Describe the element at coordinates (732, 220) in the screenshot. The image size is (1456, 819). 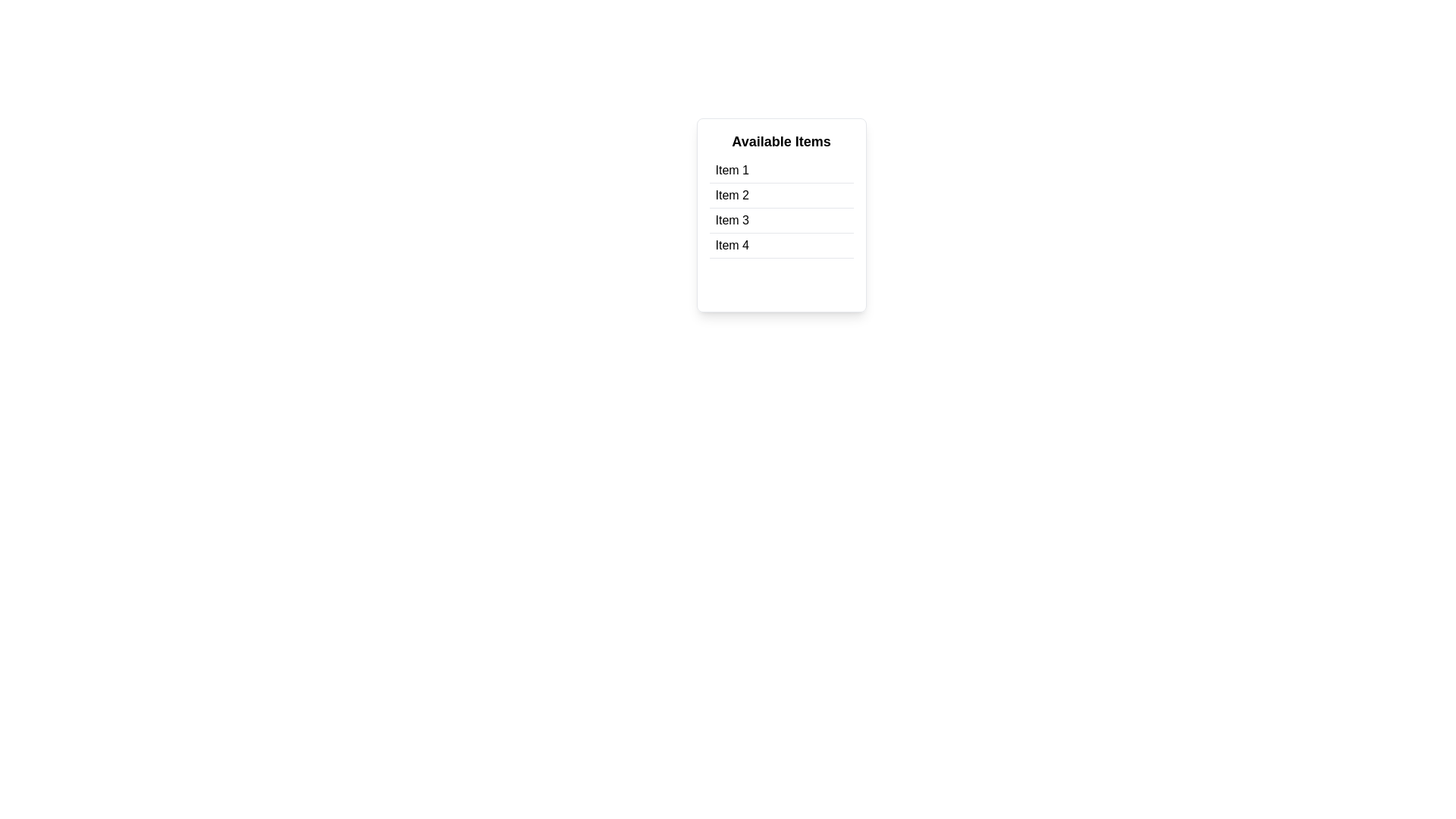
I see `the text label displaying 'Item 3' in the list of available items` at that location.